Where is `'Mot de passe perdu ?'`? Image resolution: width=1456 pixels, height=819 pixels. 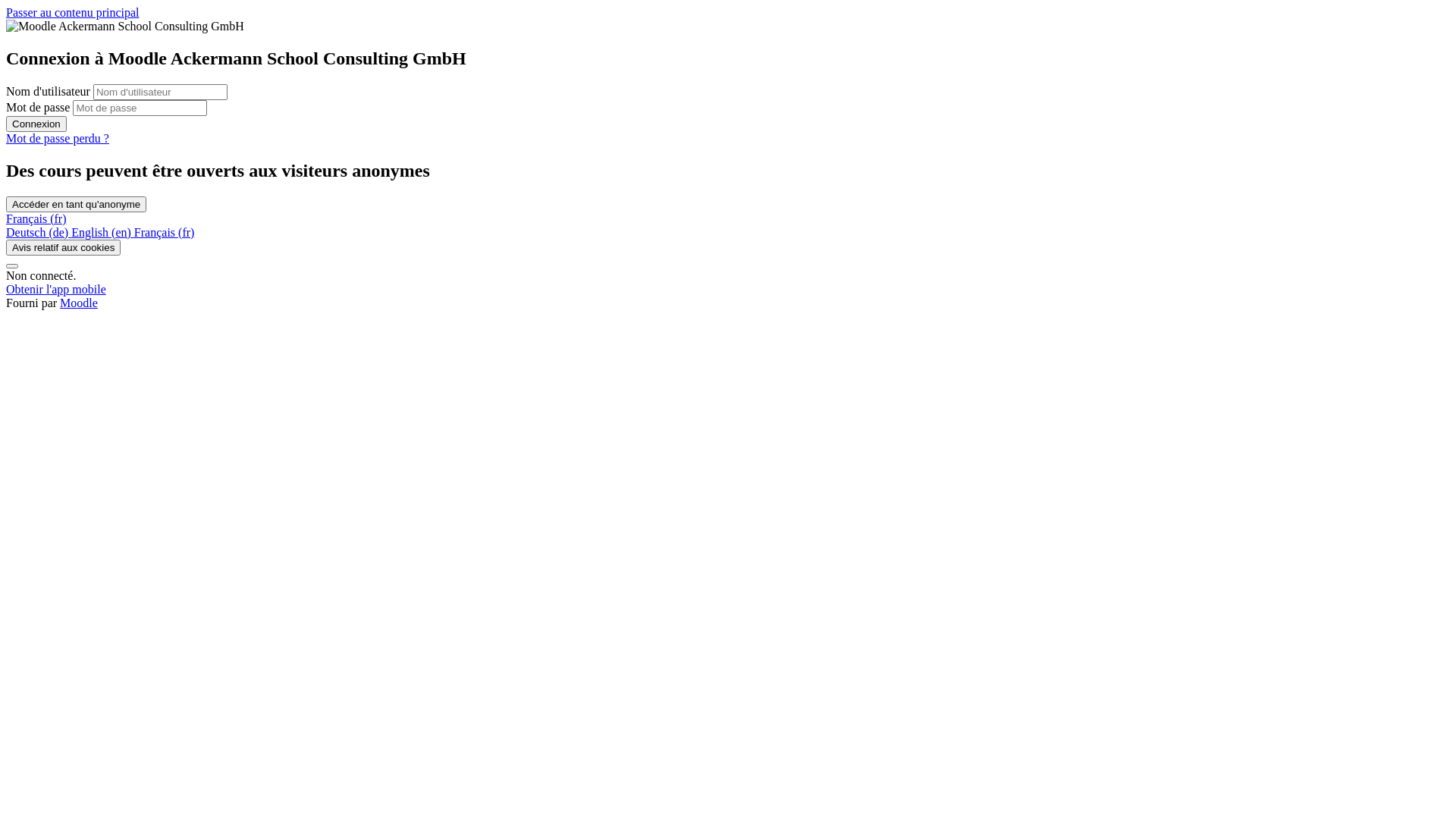 'Mot de passe perdu ?' is located at coordinates (6, 138).